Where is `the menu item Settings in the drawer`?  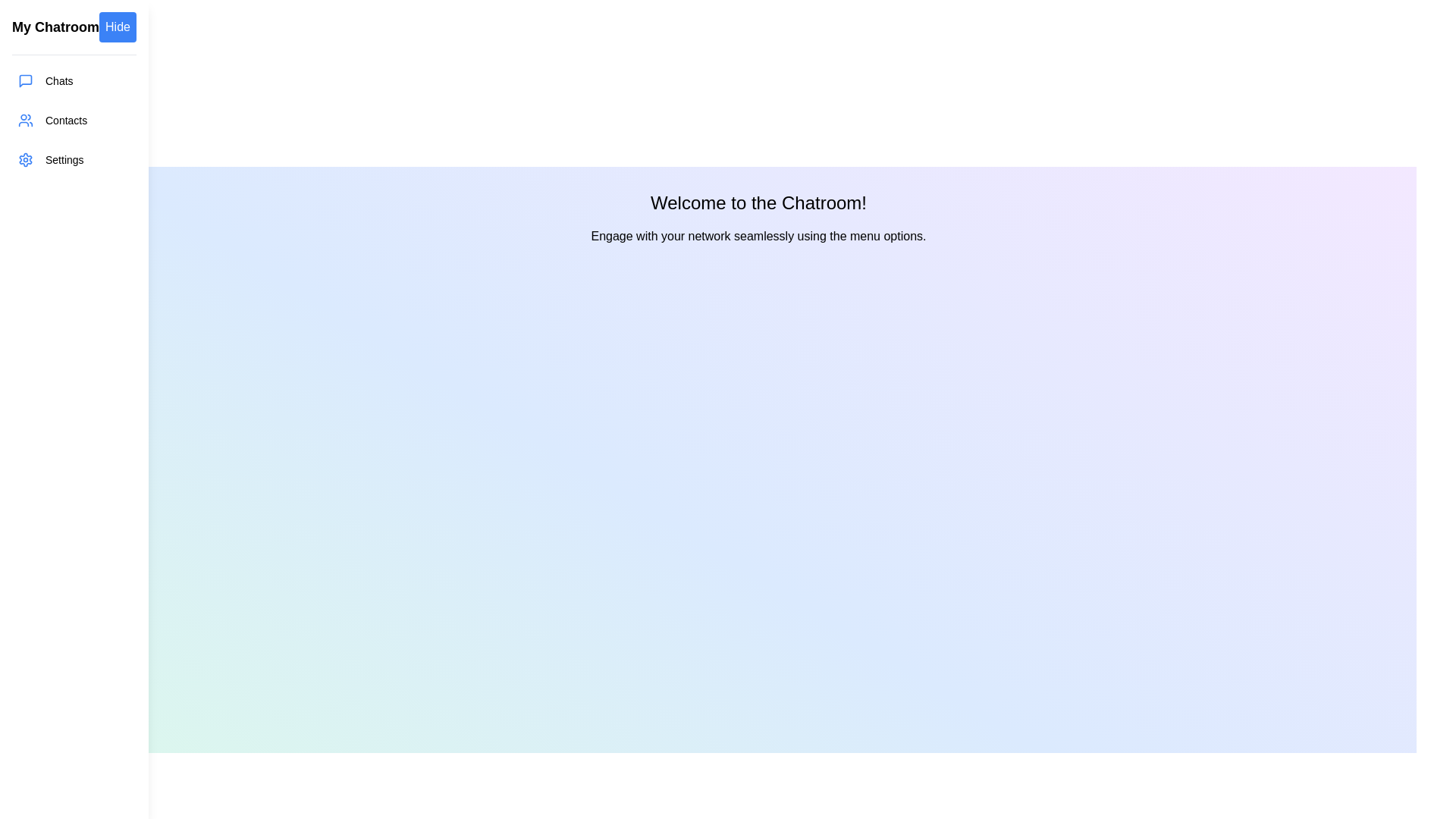 the menu item Settings in the drawer is located at coordinates (72, 160).